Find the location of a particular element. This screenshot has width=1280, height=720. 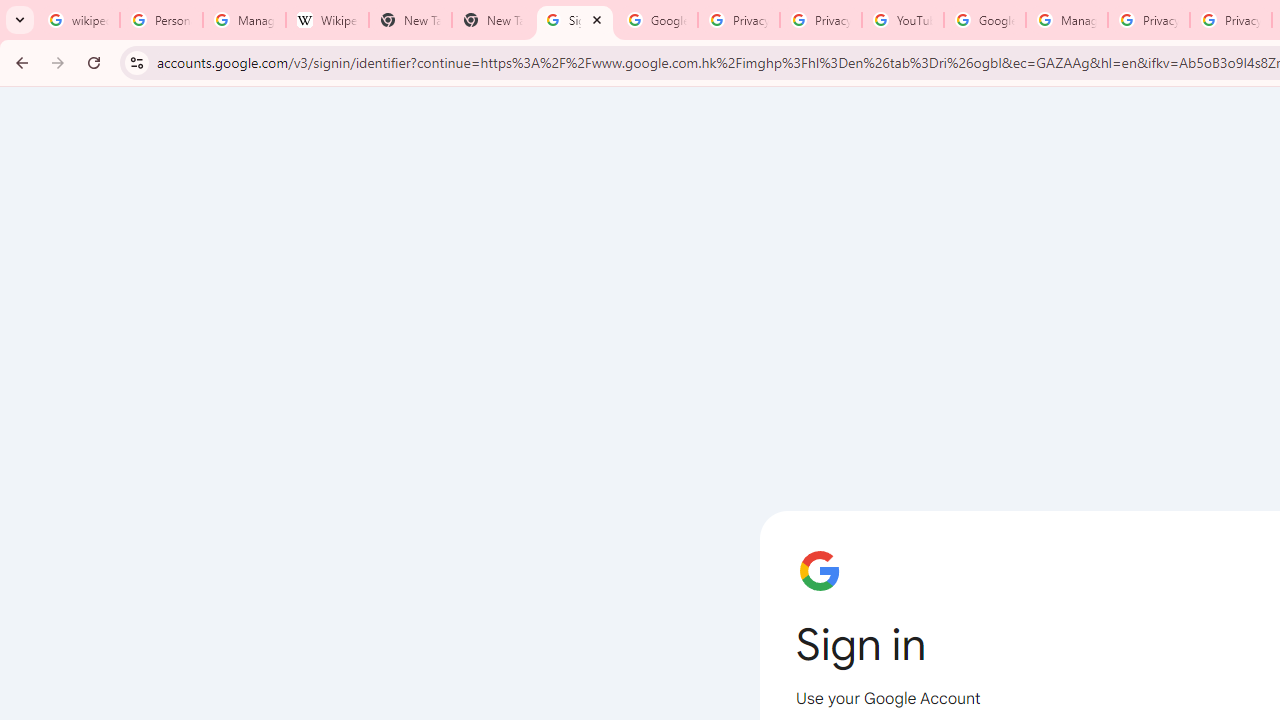

'Wikipedia:Edit requests - Wikipedia' is located at coordinates (327, 20).